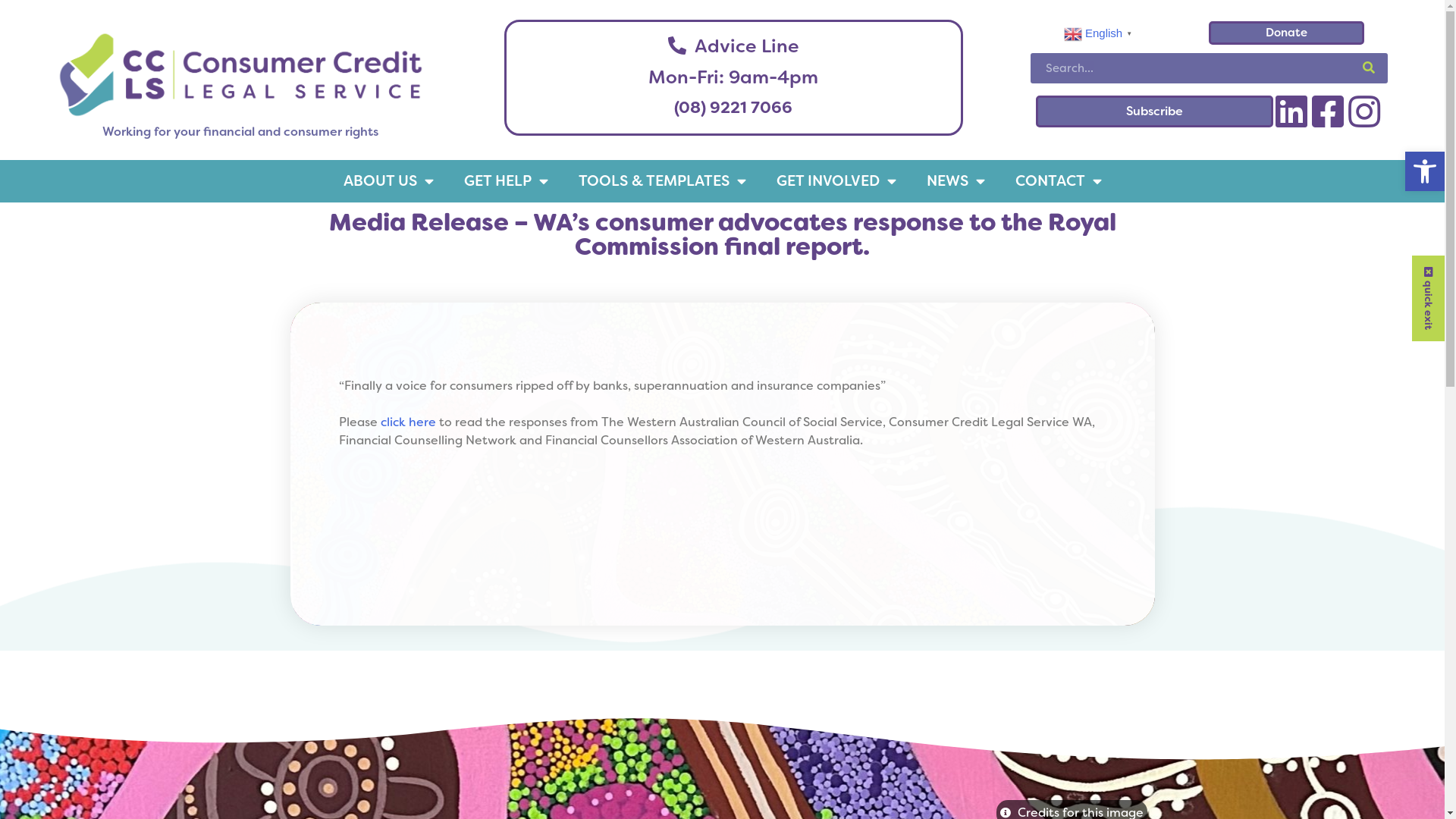  I want to click on 'NEWS', so click(955, 180).